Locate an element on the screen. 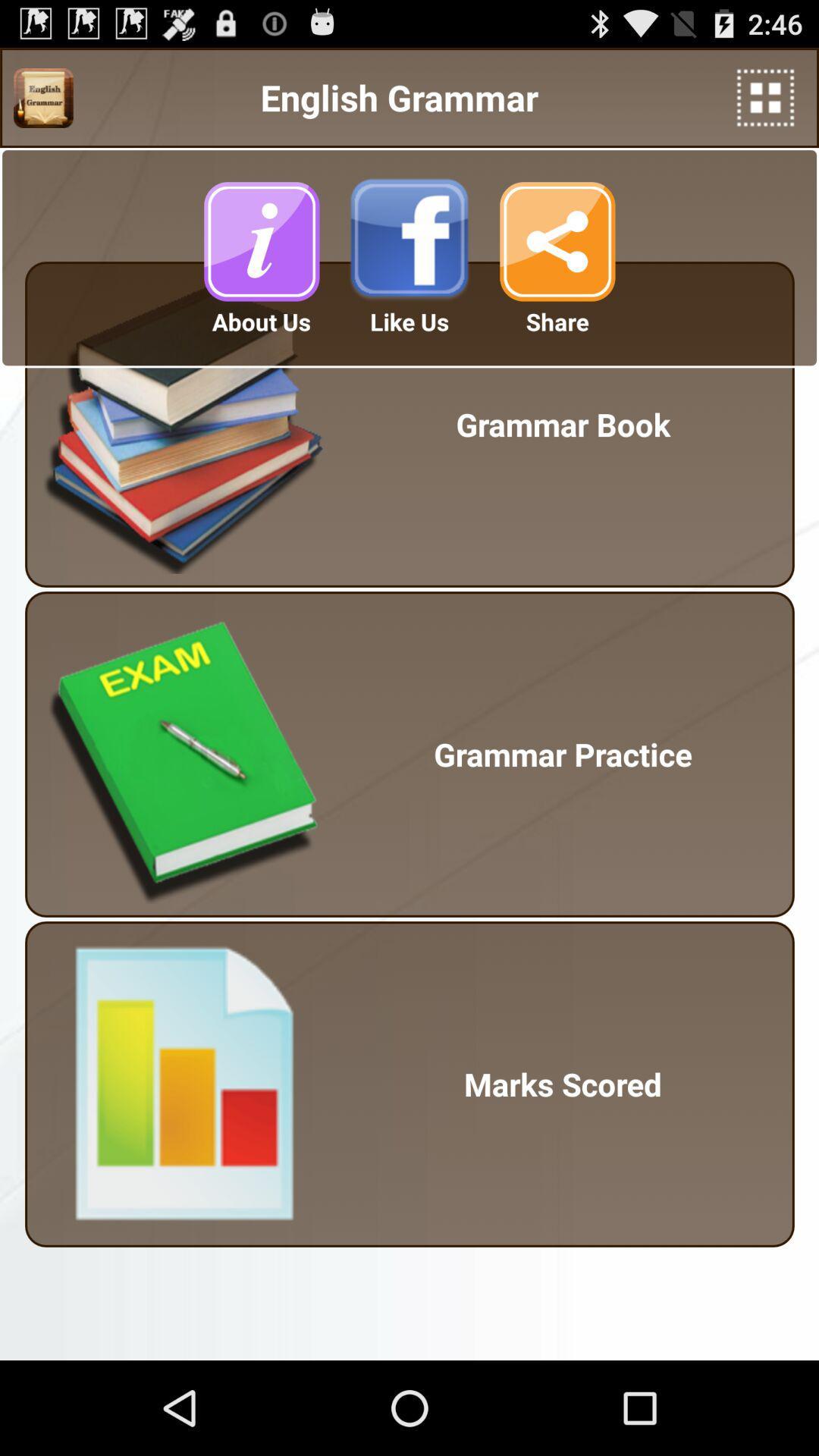 This screenshot has height=1456, width=819. the app to the left of english grammar icon is located at coordinates (42, 97).